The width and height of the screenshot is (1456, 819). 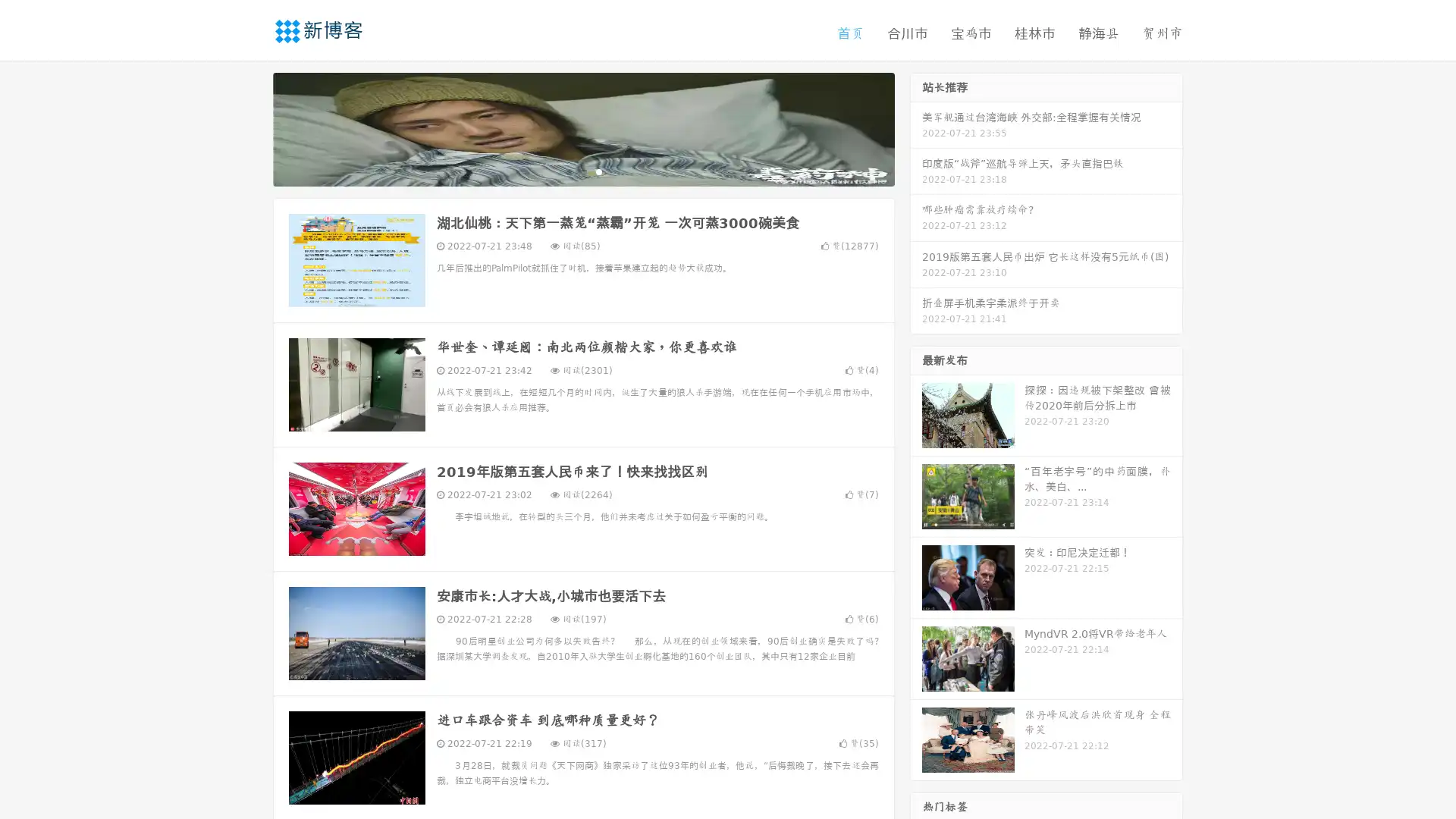 What do you see at coordinates (250, 127) in the screenshot?
I see `Previous slide` at bounding box center [250, 127].